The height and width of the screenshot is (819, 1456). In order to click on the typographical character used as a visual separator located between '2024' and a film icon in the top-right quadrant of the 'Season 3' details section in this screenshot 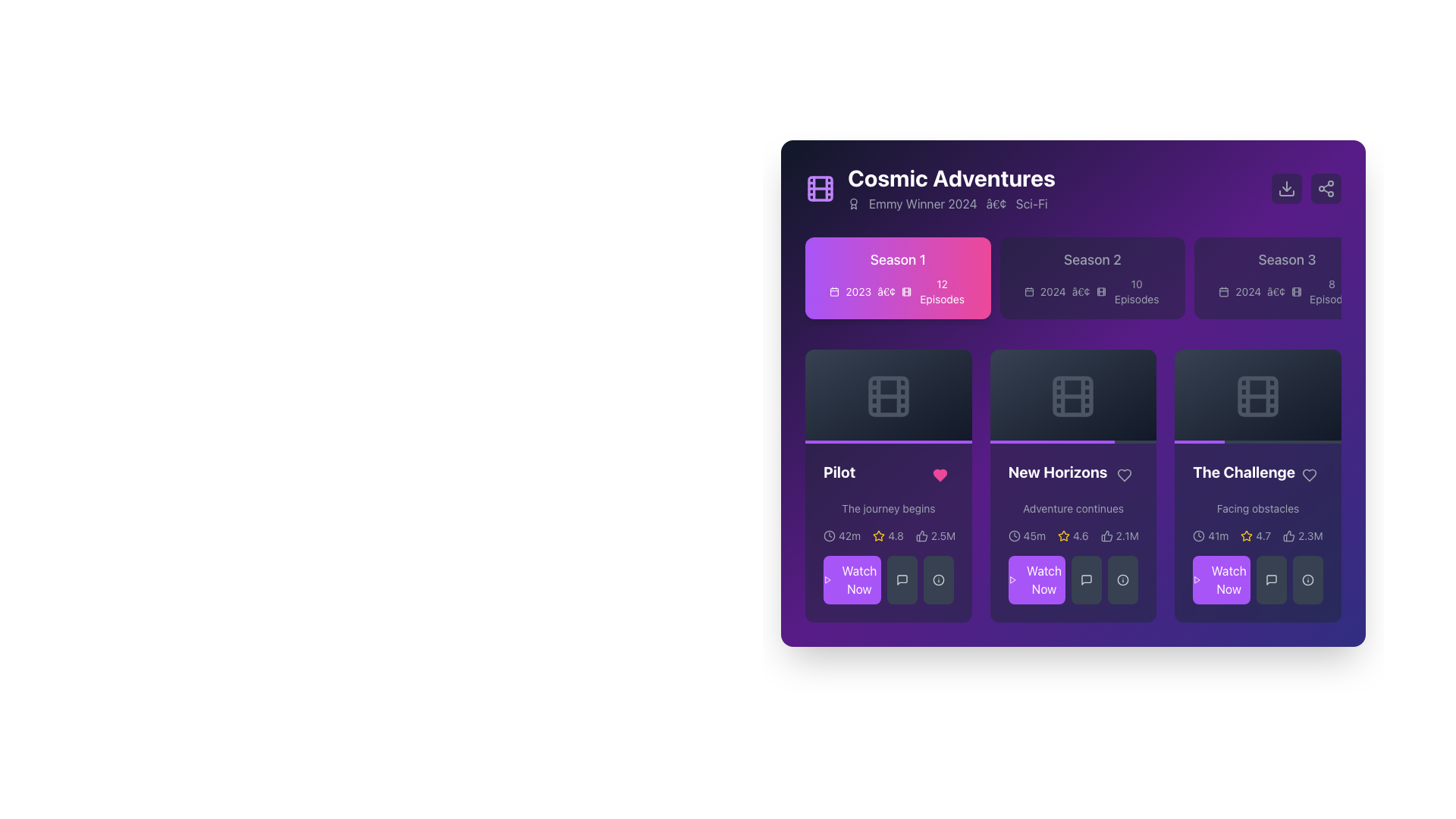, I will do `click(1276, 292)`.